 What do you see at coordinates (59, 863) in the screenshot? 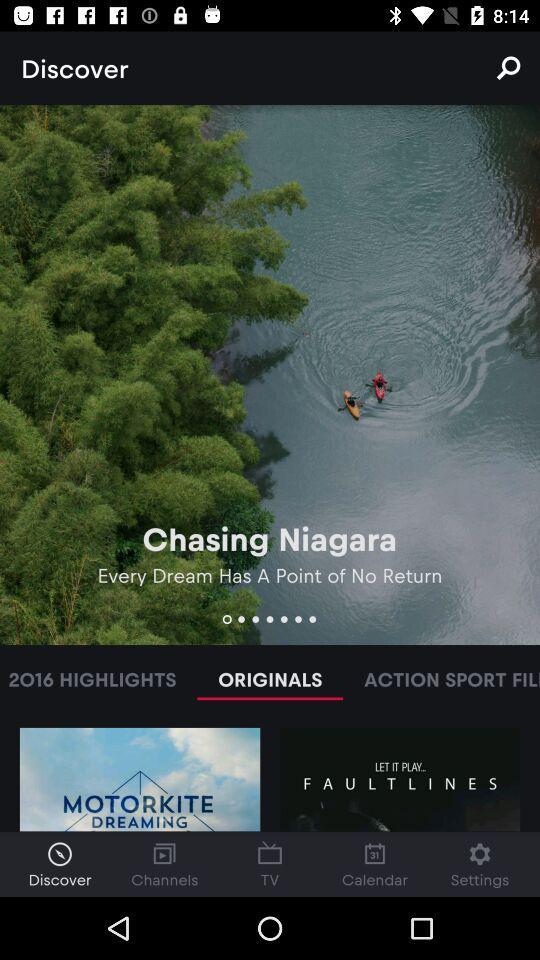
I see `the time icon` at bounding box center [59, 863].